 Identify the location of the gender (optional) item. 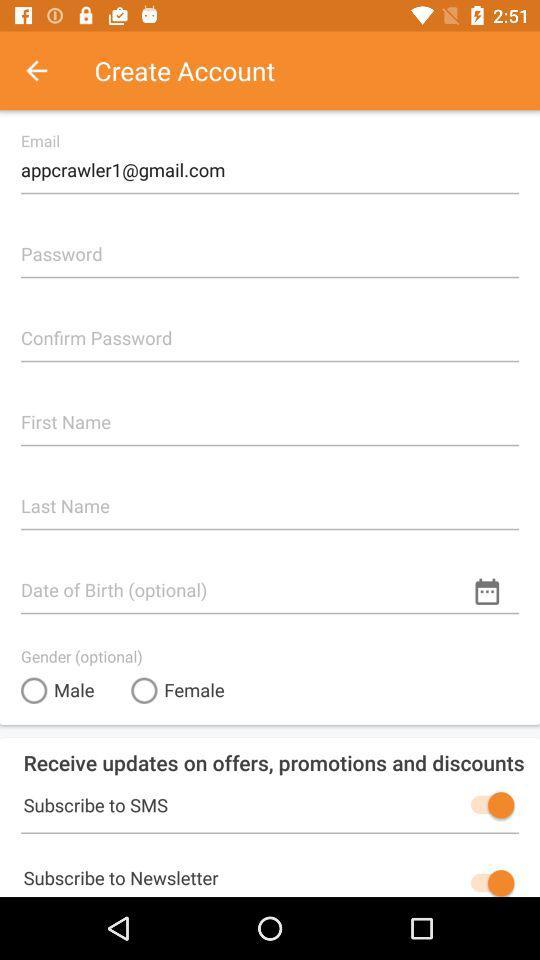
(80, 655).